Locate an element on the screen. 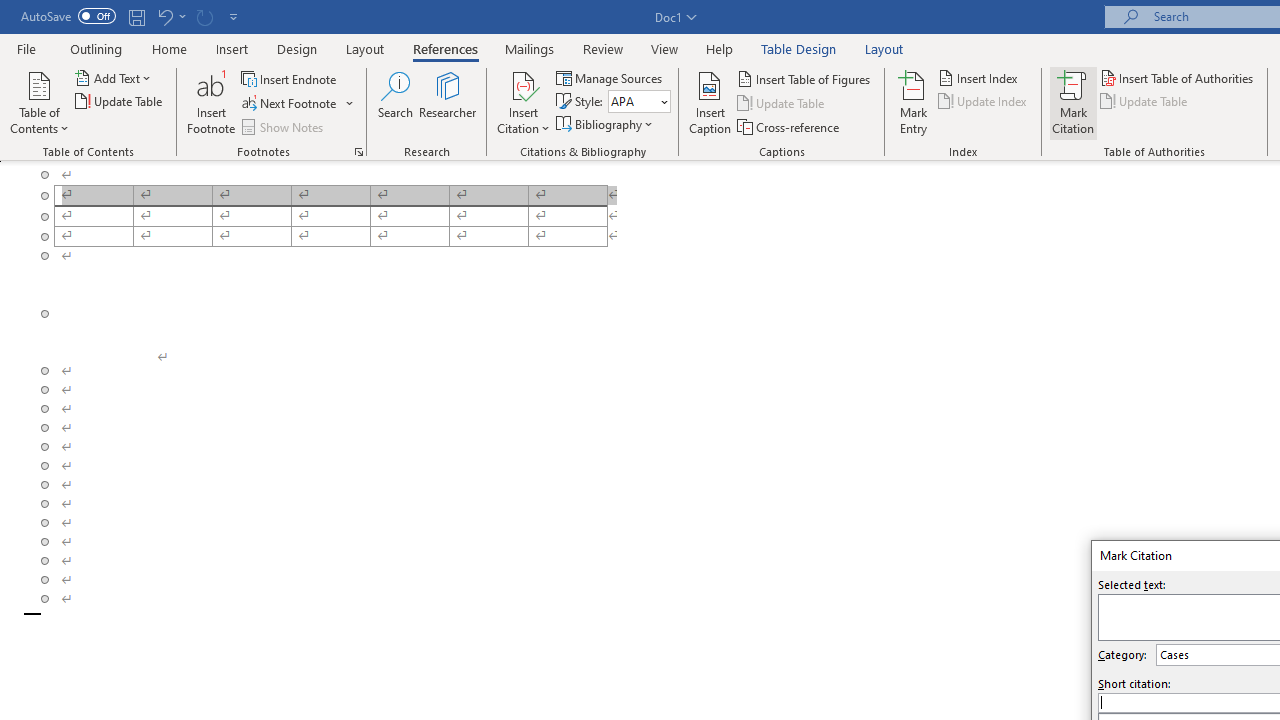 The height and width of the screenshot is (720, 1280). 'Insert Citation' is located at coordinates (524, 103).